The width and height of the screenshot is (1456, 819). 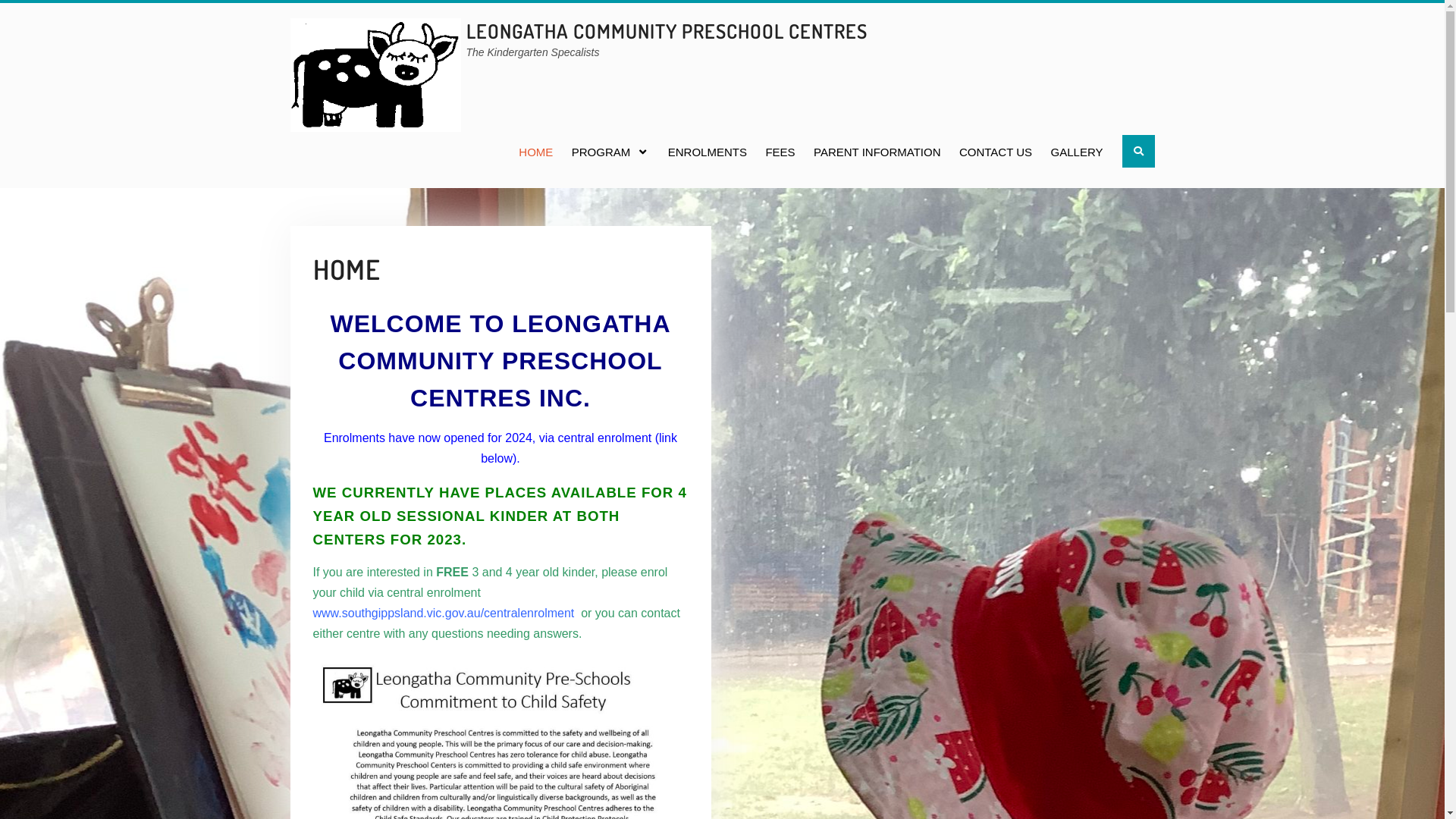 What do you see at coordinates (780, 152) in the screenshot?
I see `'FEES'` at bounding box center [780, 152].